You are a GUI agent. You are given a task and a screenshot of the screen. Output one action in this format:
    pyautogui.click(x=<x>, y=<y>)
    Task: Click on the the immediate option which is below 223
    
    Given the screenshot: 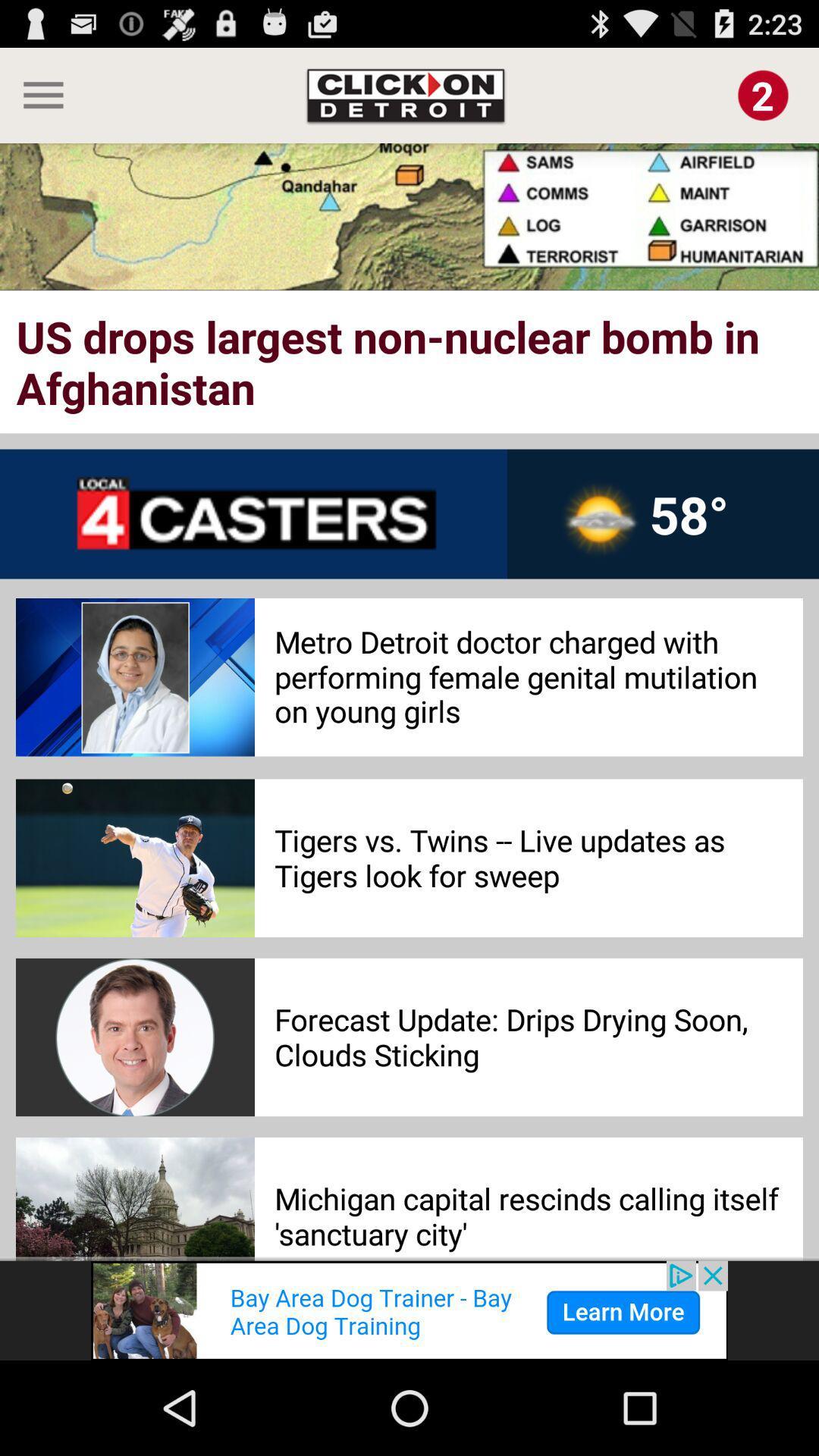 What is the action you would take?
    pyautogui.click(x=763, y=94)
    